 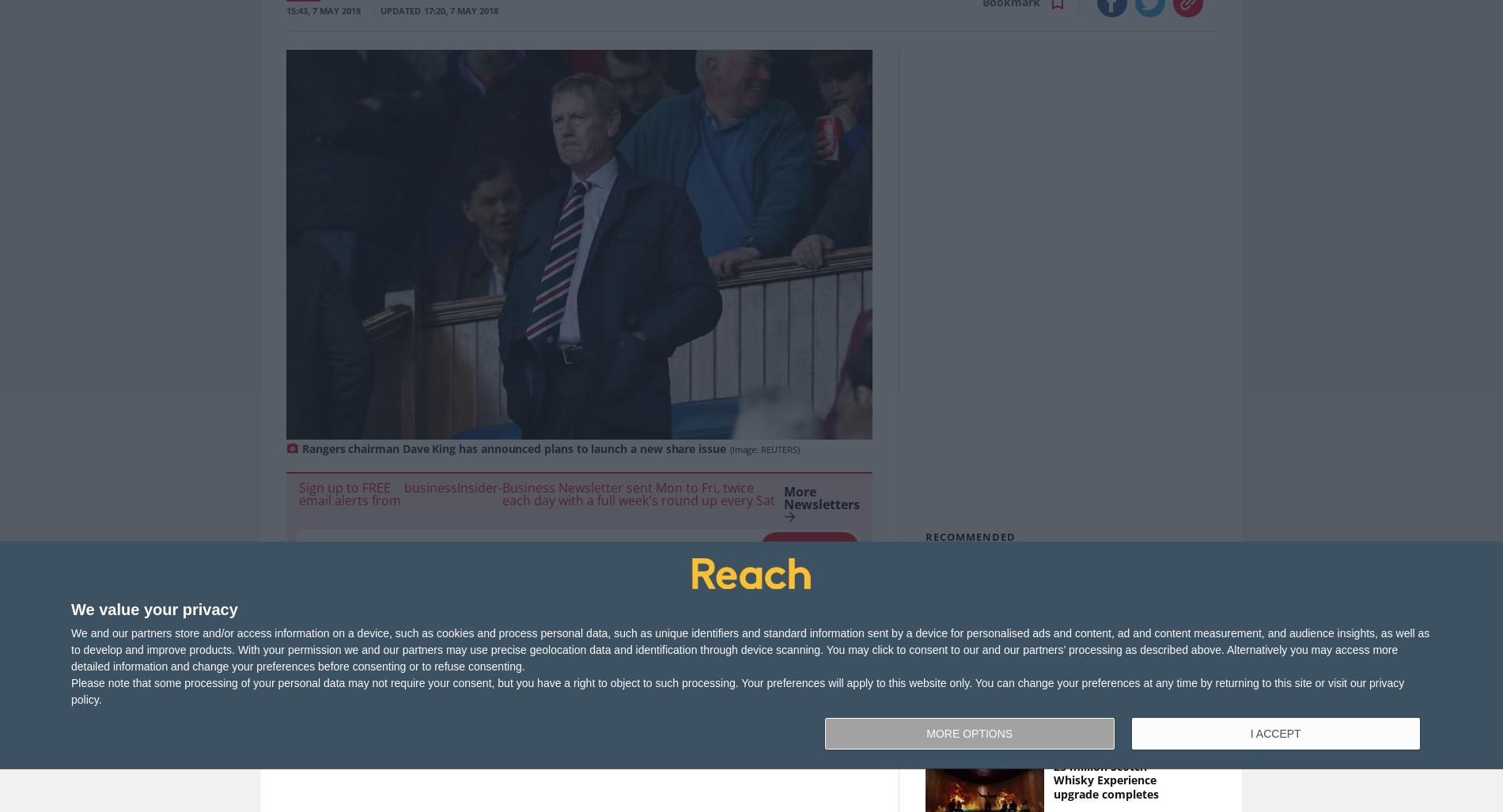 What do you see at coordinates (499, 486) in the screenshot?
I see `'-'` at bounding box center [499, 486].